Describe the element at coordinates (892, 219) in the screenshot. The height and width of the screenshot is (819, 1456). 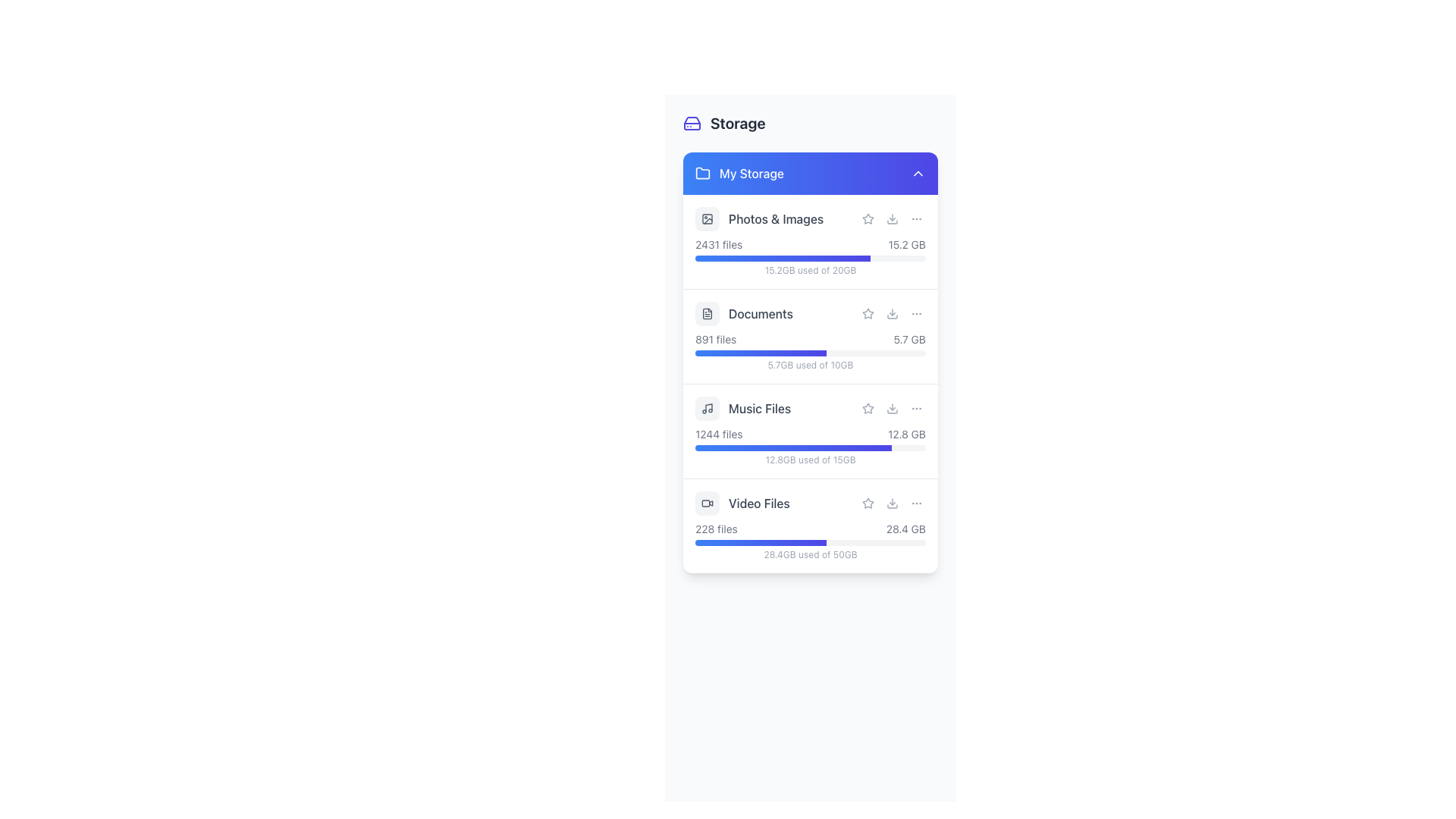
I see `the download button located to the right of the 'Photos & Images' section in the 'My Storage' panel to initiate the file download process` at that location.